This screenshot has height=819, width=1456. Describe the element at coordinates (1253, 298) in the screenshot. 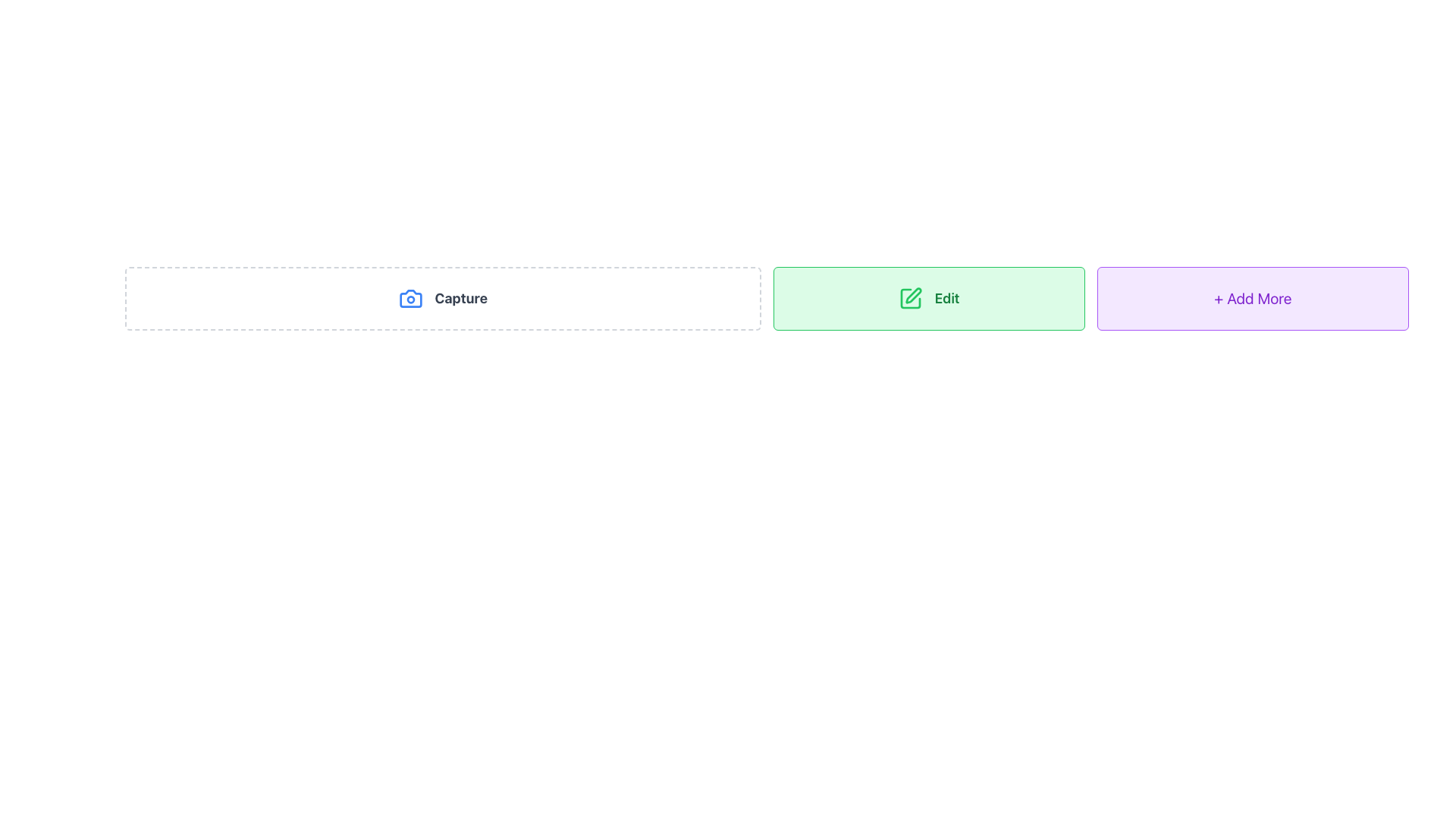

I see `the '+ Add More' button, the third button in a horizontal group of three buttons labeled 'Capture', 'Edit', and '+ Add More', to trigger any hover effects present` at that location.